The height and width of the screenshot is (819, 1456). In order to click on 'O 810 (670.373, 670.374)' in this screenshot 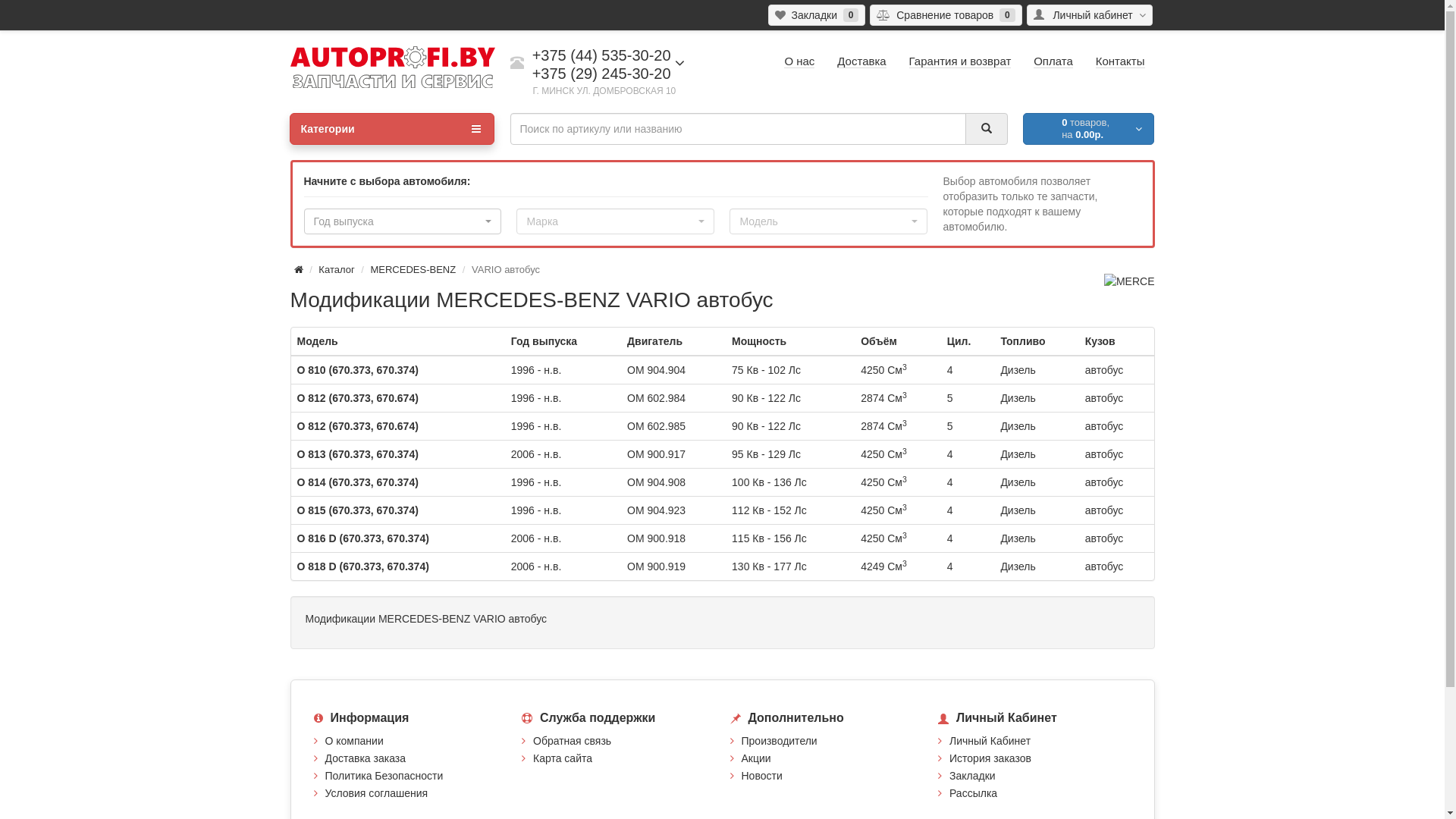, I will do `click(356, 370)`.